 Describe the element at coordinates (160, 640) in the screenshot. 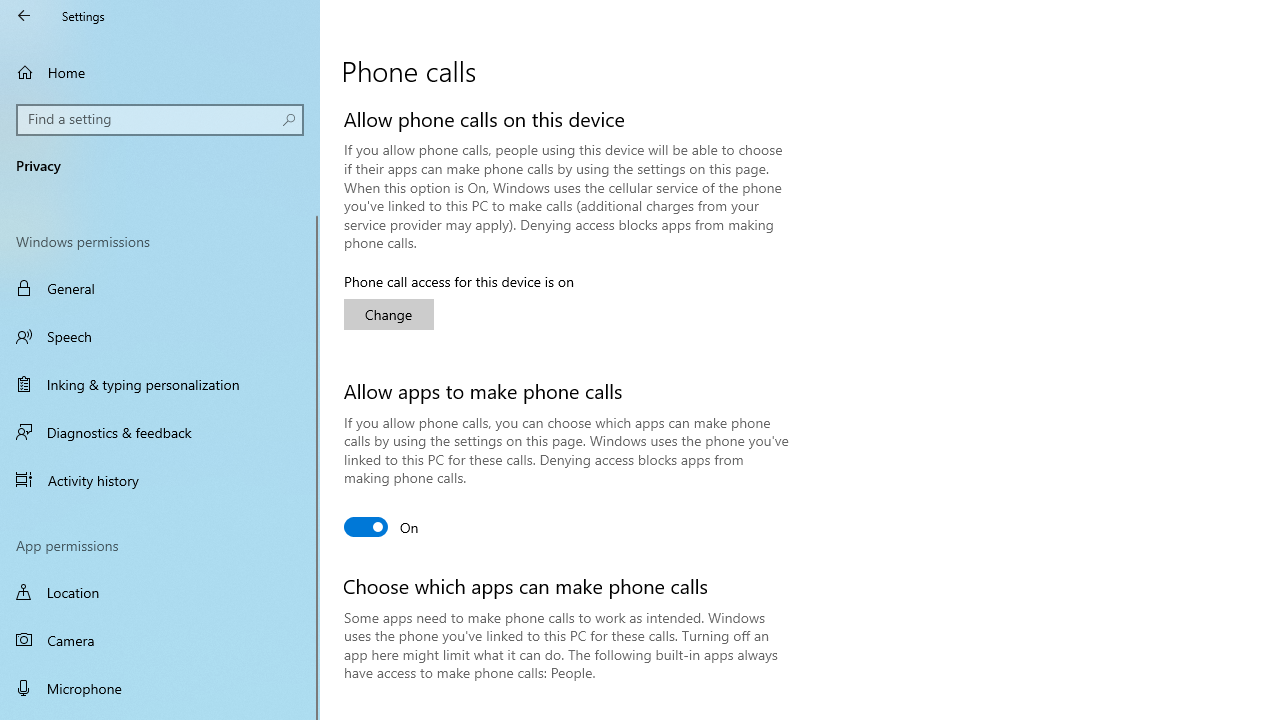

I see `'Camera'` at that location.